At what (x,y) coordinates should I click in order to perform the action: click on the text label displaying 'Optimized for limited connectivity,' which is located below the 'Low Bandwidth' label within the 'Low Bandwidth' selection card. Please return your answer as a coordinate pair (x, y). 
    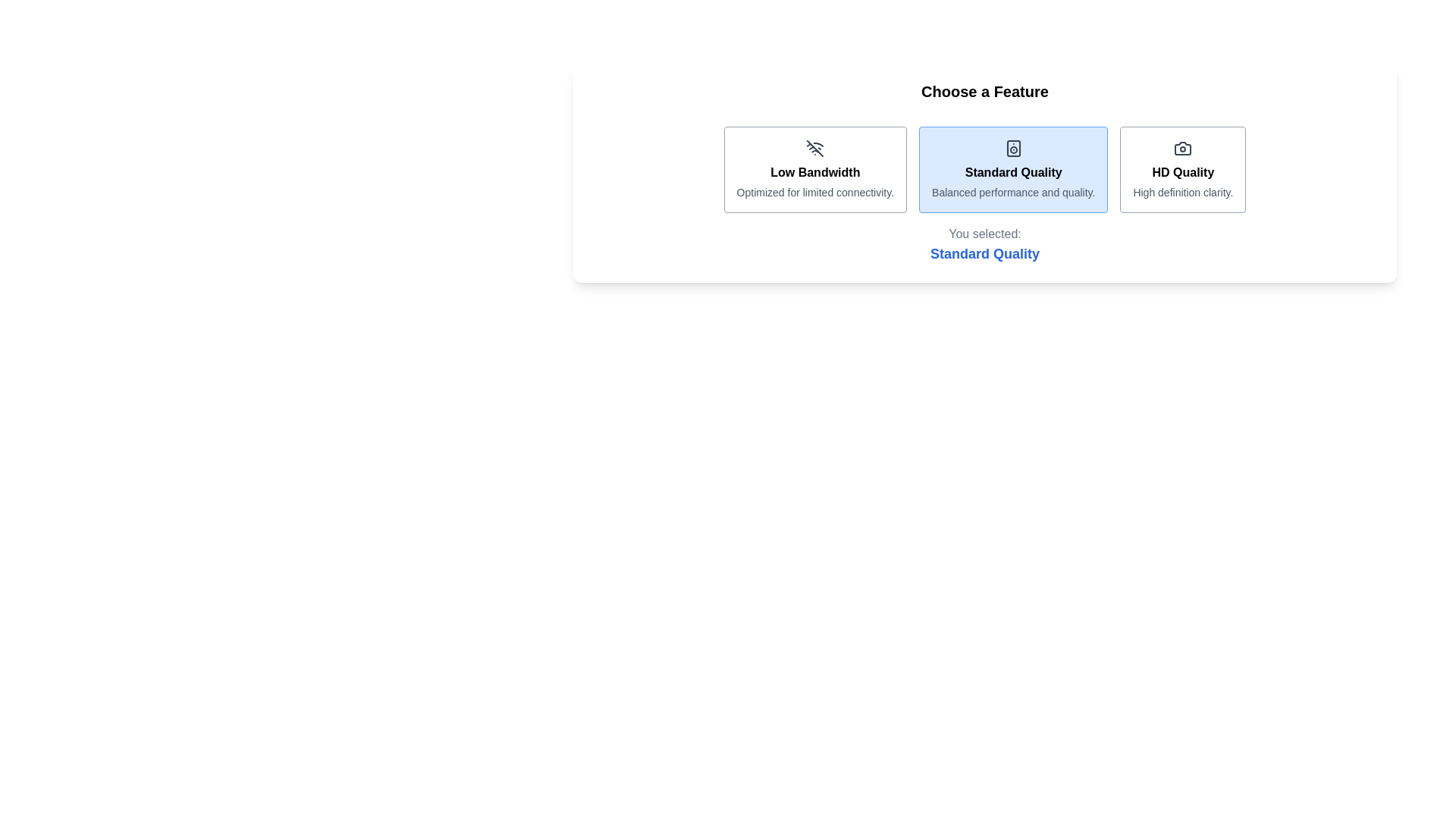
    Looking at the image, I should click on (814, 192).